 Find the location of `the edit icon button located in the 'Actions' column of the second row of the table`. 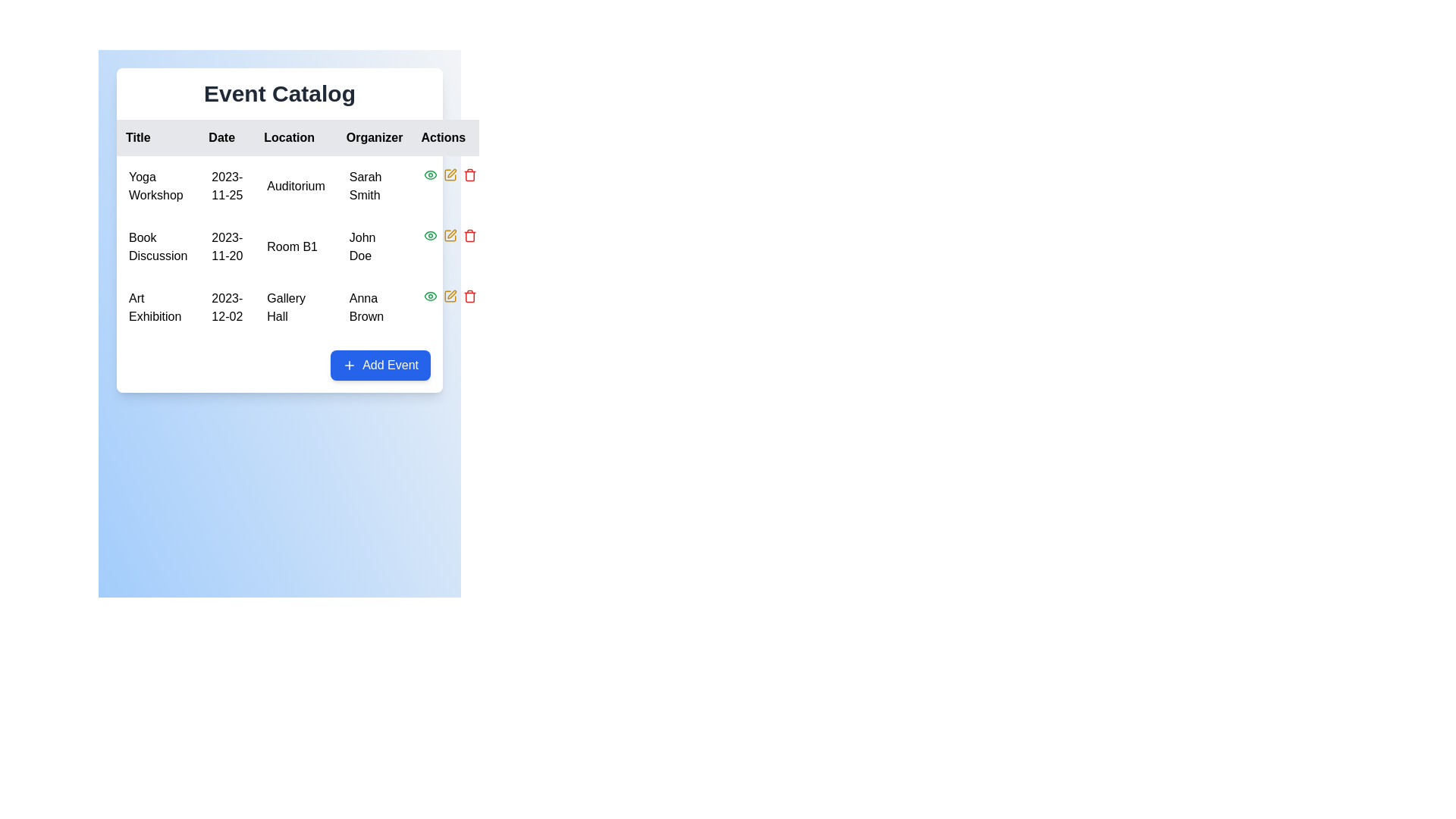

the edit icon button located in the 'Actions' column of the second row of the table is located at coordinates (450, 236).